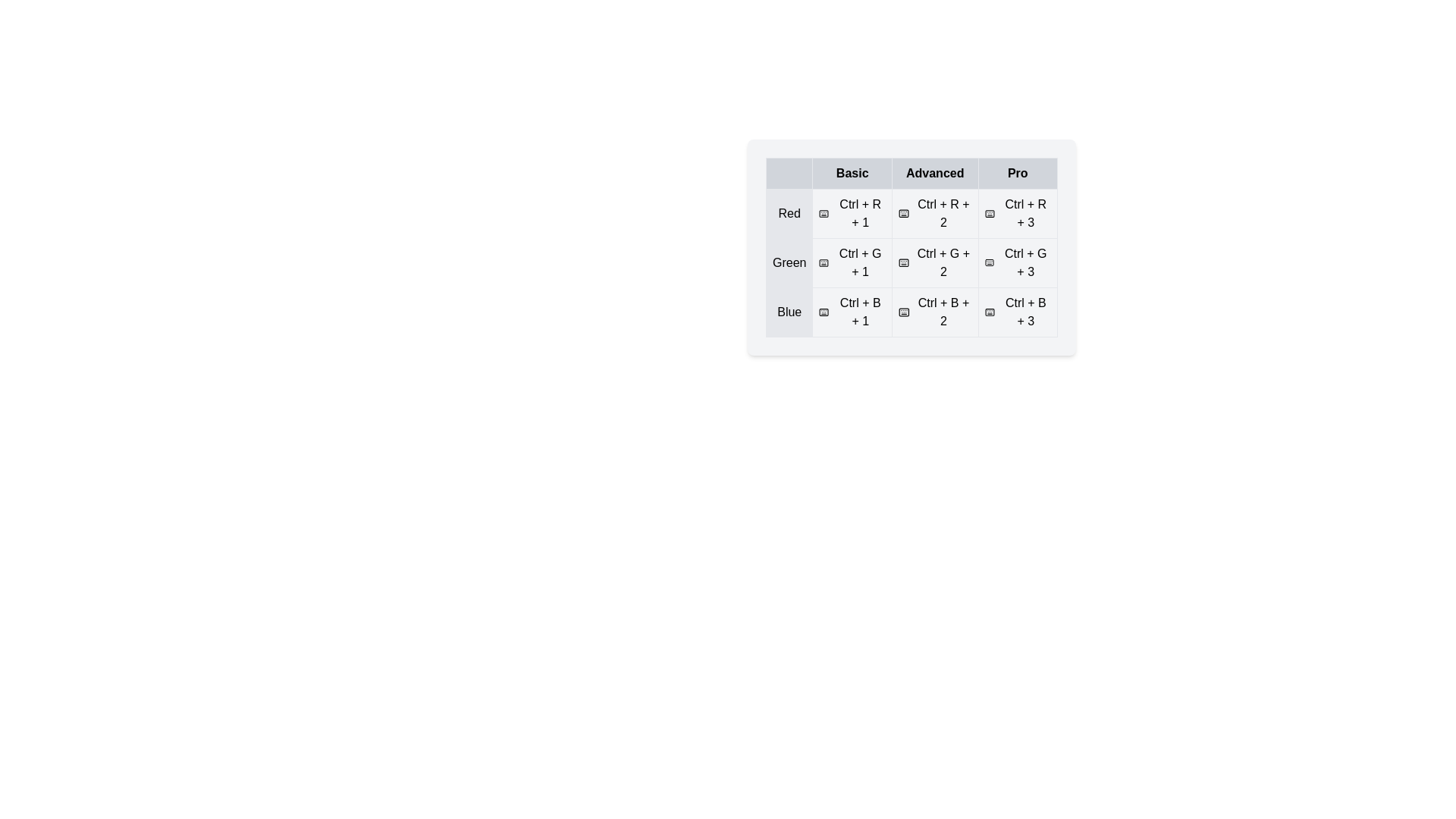  What do you see at coordinates (904, 262) in the screenshot?
I see `the graphical representation element that is a rectangular shape with rounded corners, located in the 'Advanced' column and 'Green' row of the shortcut table, representing the shortcut 'Ctrl+G+2'` at bounding box center [904, 262].